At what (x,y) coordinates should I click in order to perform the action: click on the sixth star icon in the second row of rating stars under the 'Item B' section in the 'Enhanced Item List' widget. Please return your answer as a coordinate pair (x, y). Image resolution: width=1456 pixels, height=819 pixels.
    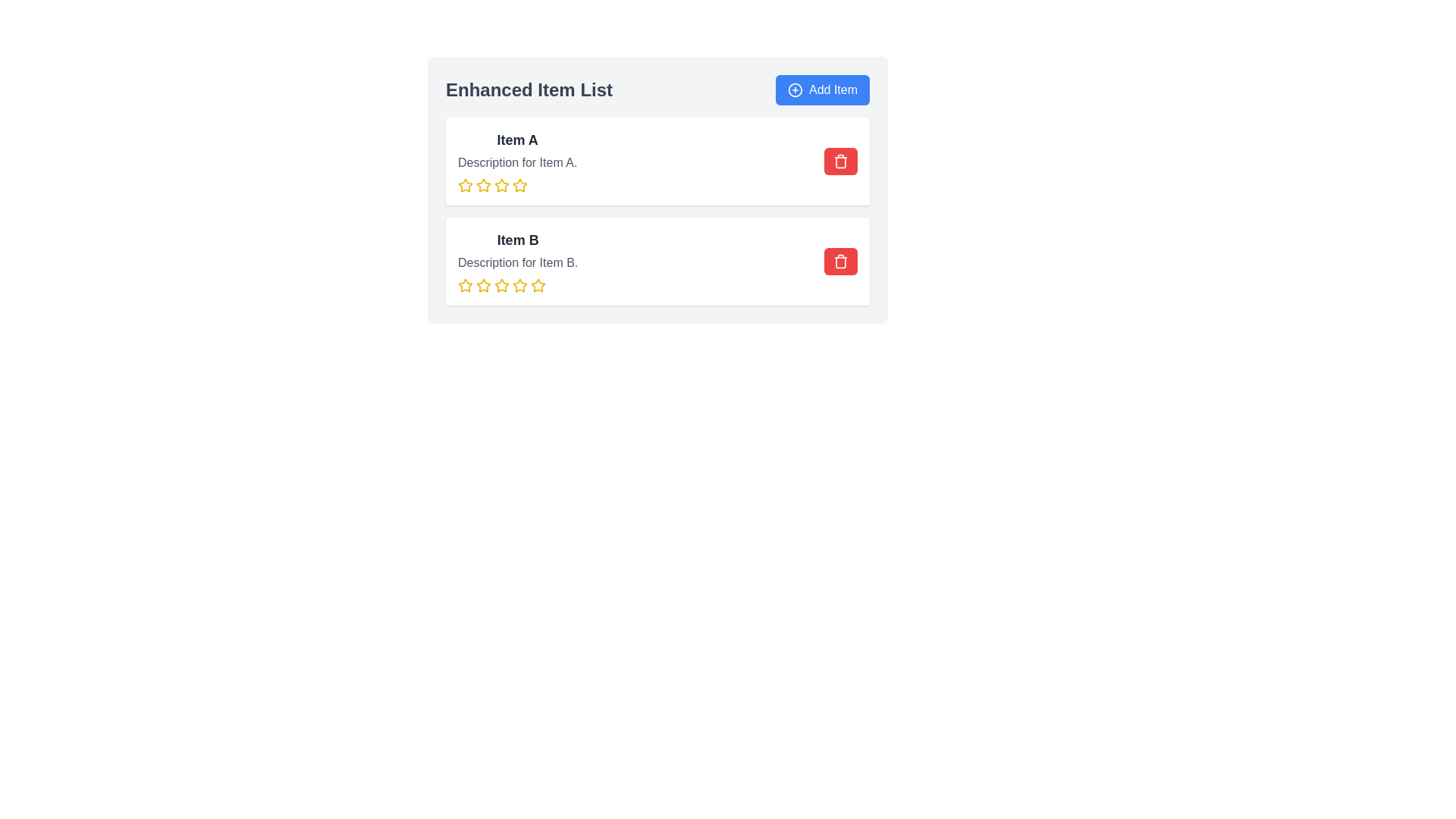
    Looking at the image, I should click on (520, 286).